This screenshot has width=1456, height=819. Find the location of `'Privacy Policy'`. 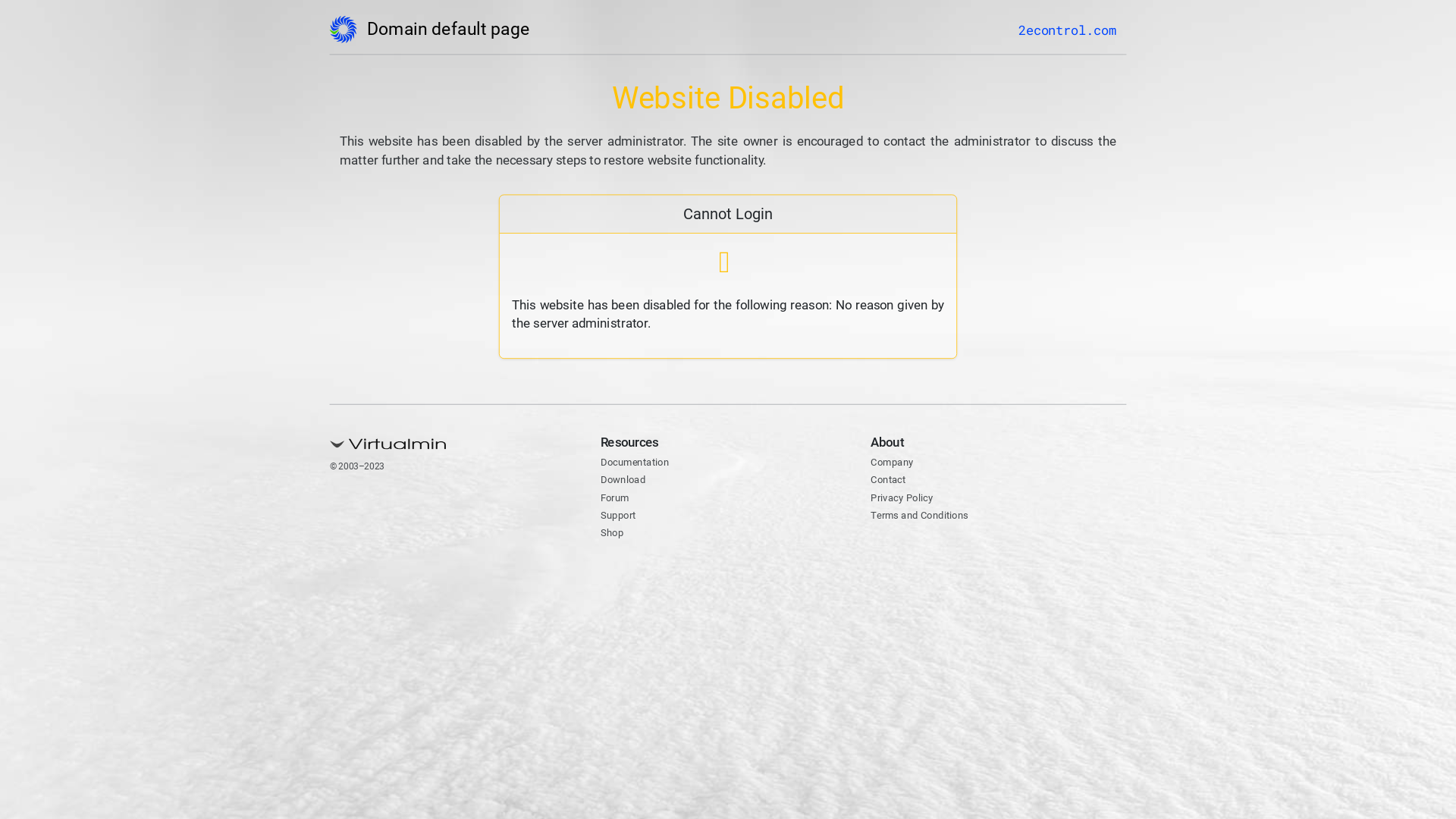

'Privacy Policy' is located at coordinates (908, 498).